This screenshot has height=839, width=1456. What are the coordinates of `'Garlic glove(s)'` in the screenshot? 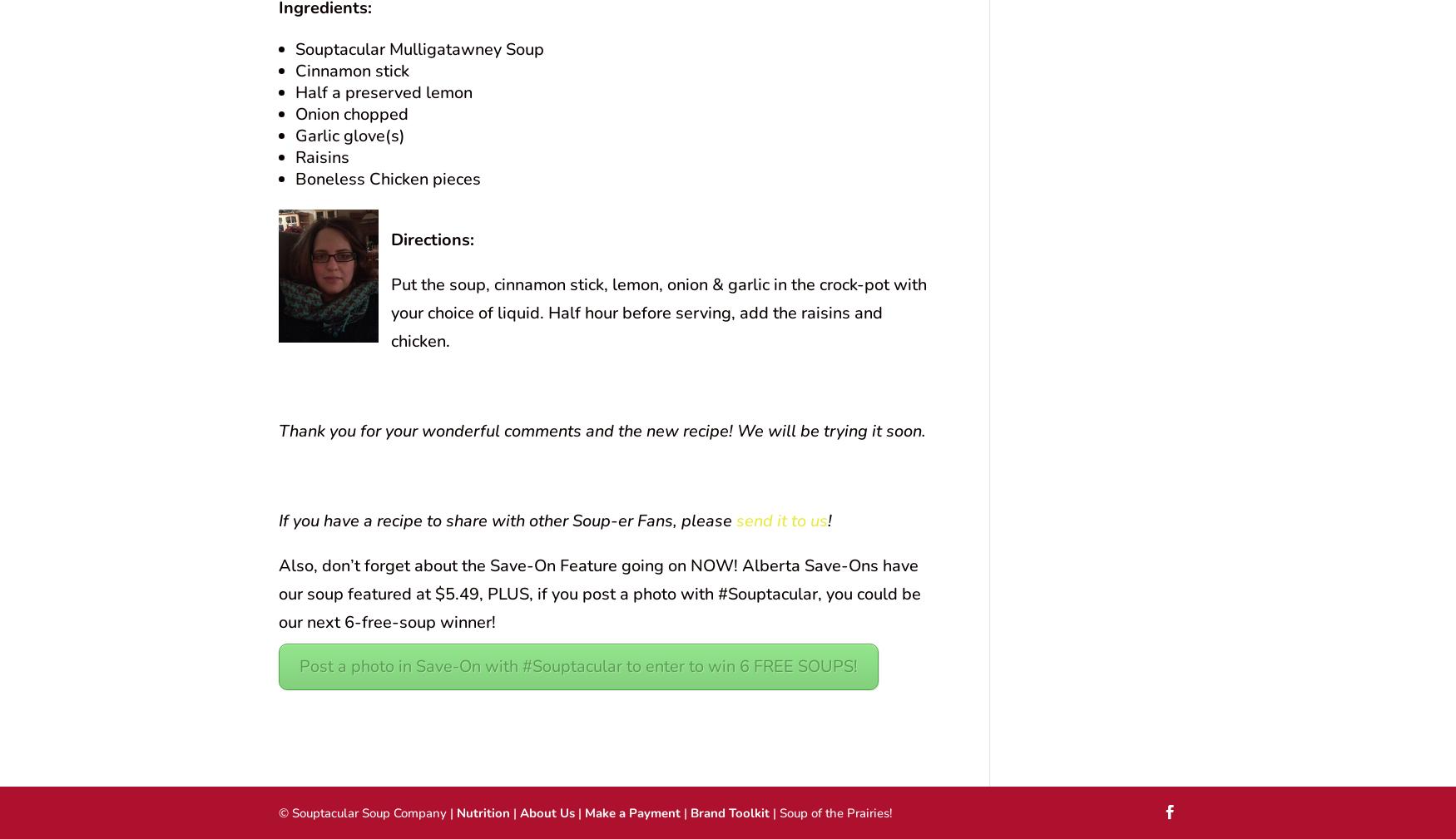 It's located at (295, 135).